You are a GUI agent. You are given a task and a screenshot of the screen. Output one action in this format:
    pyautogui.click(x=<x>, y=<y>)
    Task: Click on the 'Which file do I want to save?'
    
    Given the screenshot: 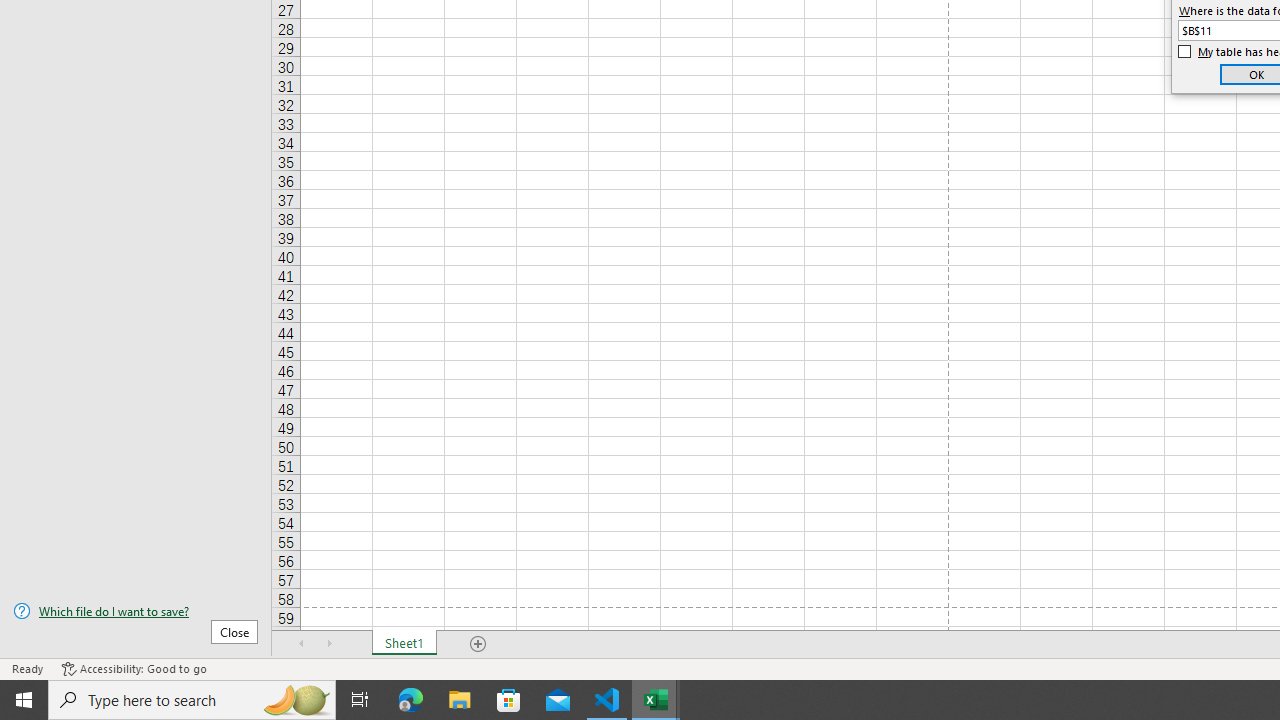 What is the action you would take?
    pyautogui.click(x=135, y=610)
    